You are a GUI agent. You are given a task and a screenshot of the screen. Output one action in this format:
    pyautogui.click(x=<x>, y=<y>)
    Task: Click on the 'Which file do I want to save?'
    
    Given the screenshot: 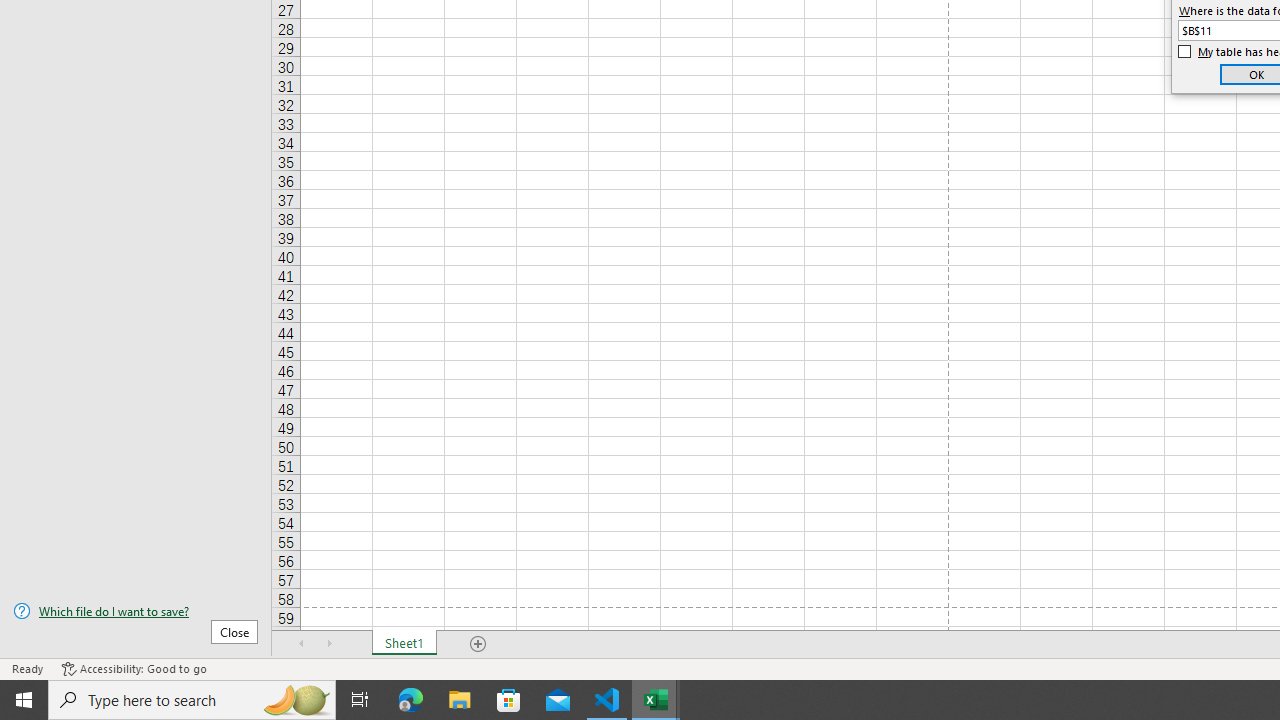 What is the action you would take?
    pyautogui.click(x=135, y=610)
    